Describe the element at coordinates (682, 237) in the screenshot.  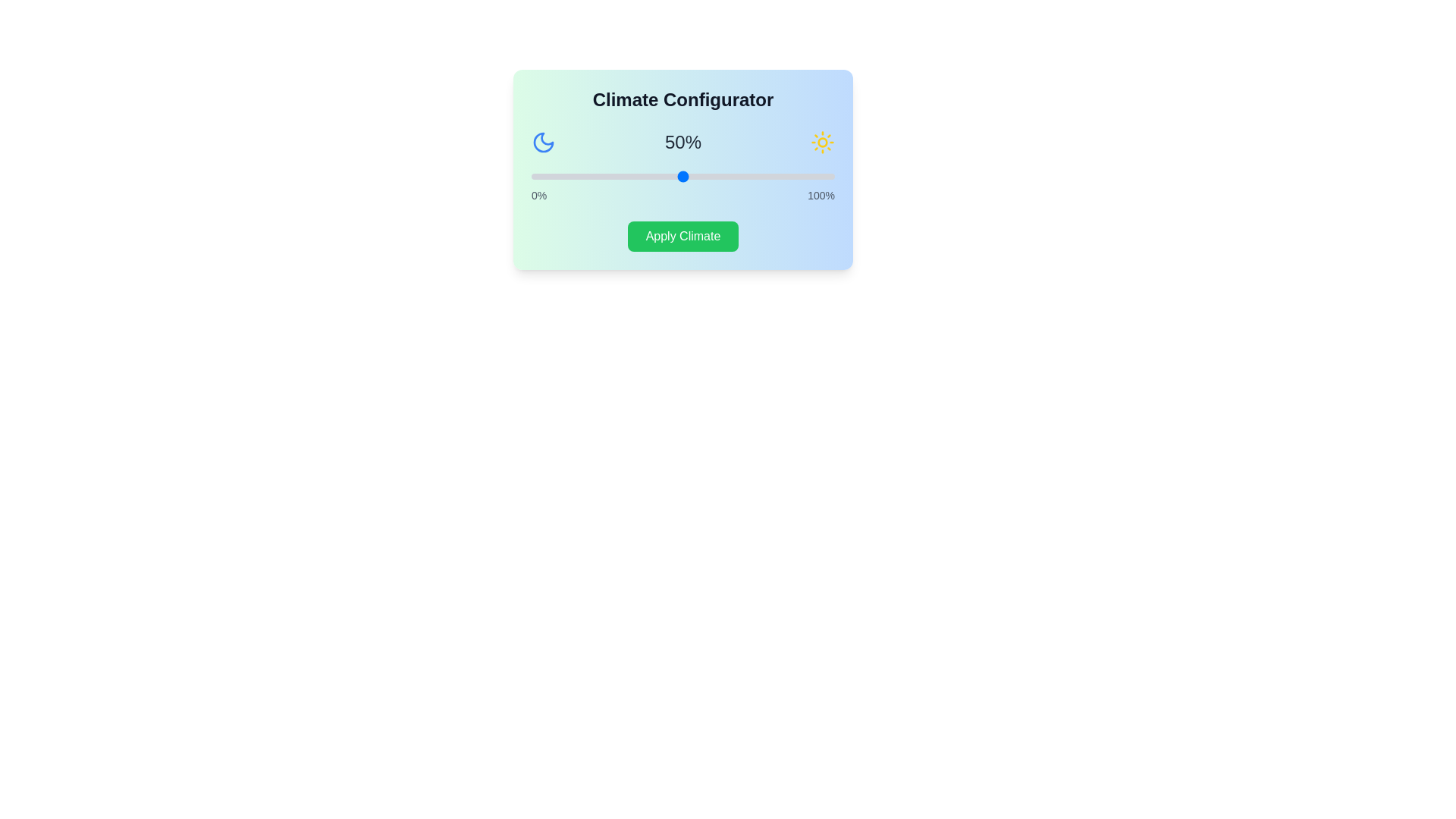
I see `the 'Apply Climate' button to apply the selected climate settings` at that location.